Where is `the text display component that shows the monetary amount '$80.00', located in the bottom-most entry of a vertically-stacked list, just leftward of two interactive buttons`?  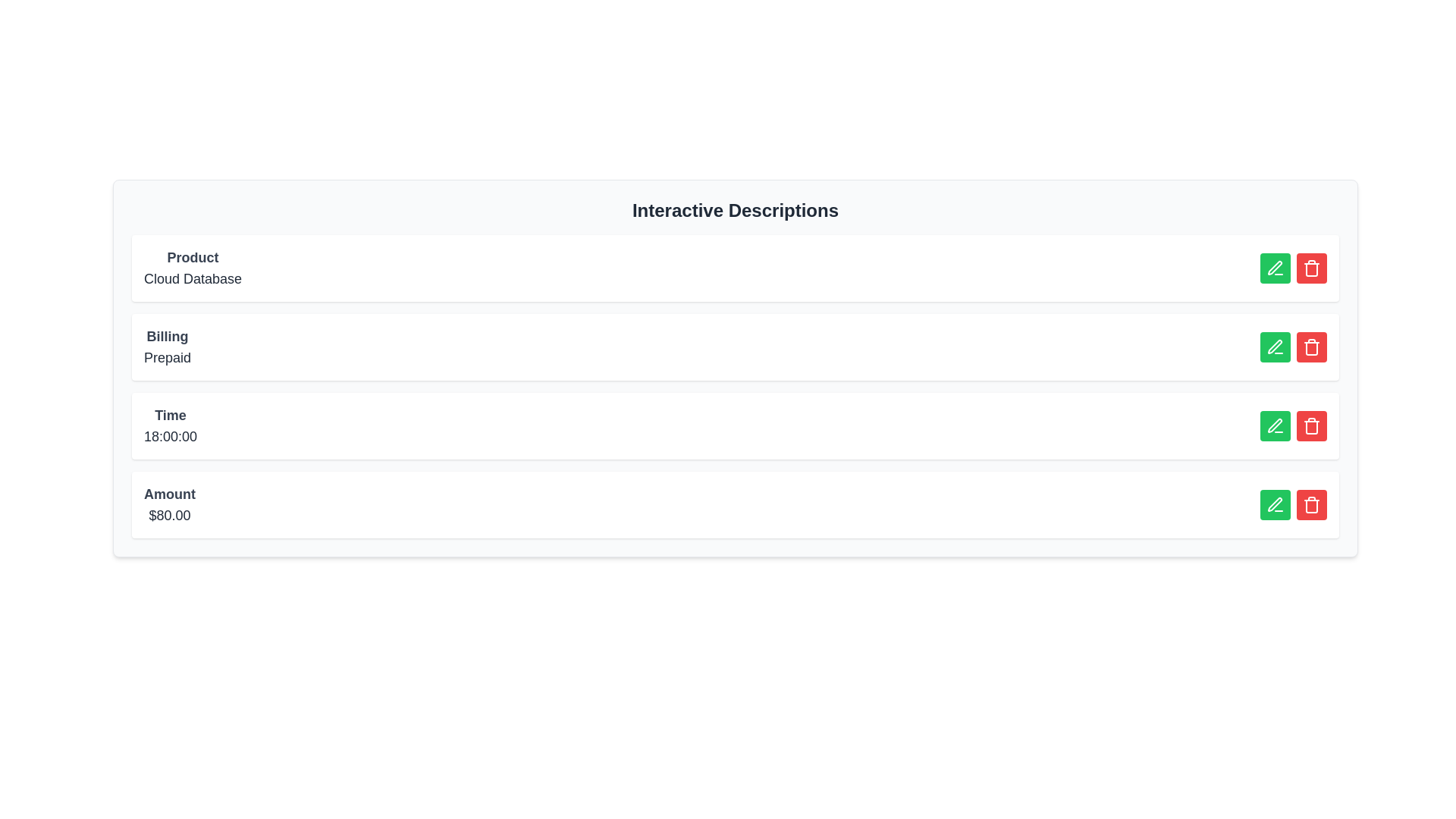
the text display component that shows the monetary amount '$80.00', located in the bottom-most entry of a vertically-stacked list, just leftward of two interactive buttons is located at coordinates (170, 505).